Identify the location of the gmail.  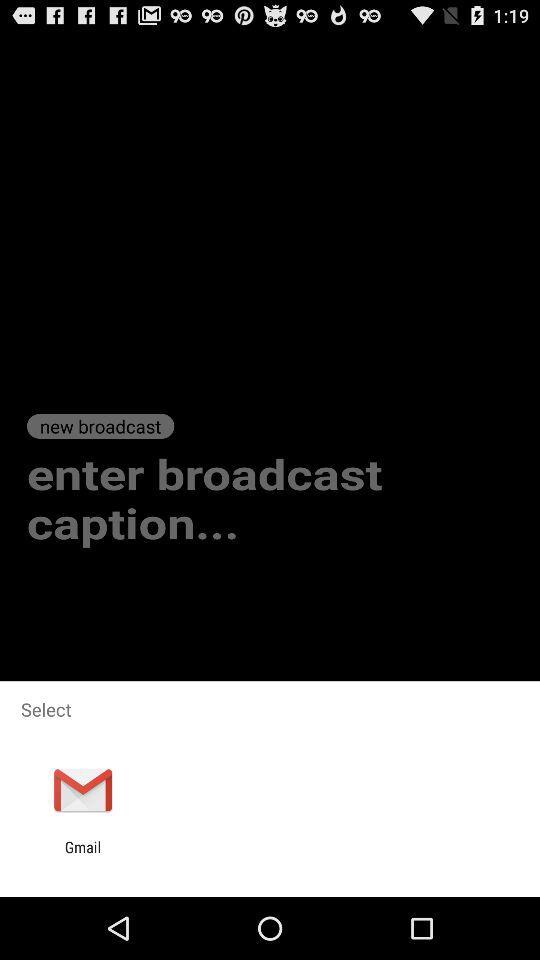
(82, 855).